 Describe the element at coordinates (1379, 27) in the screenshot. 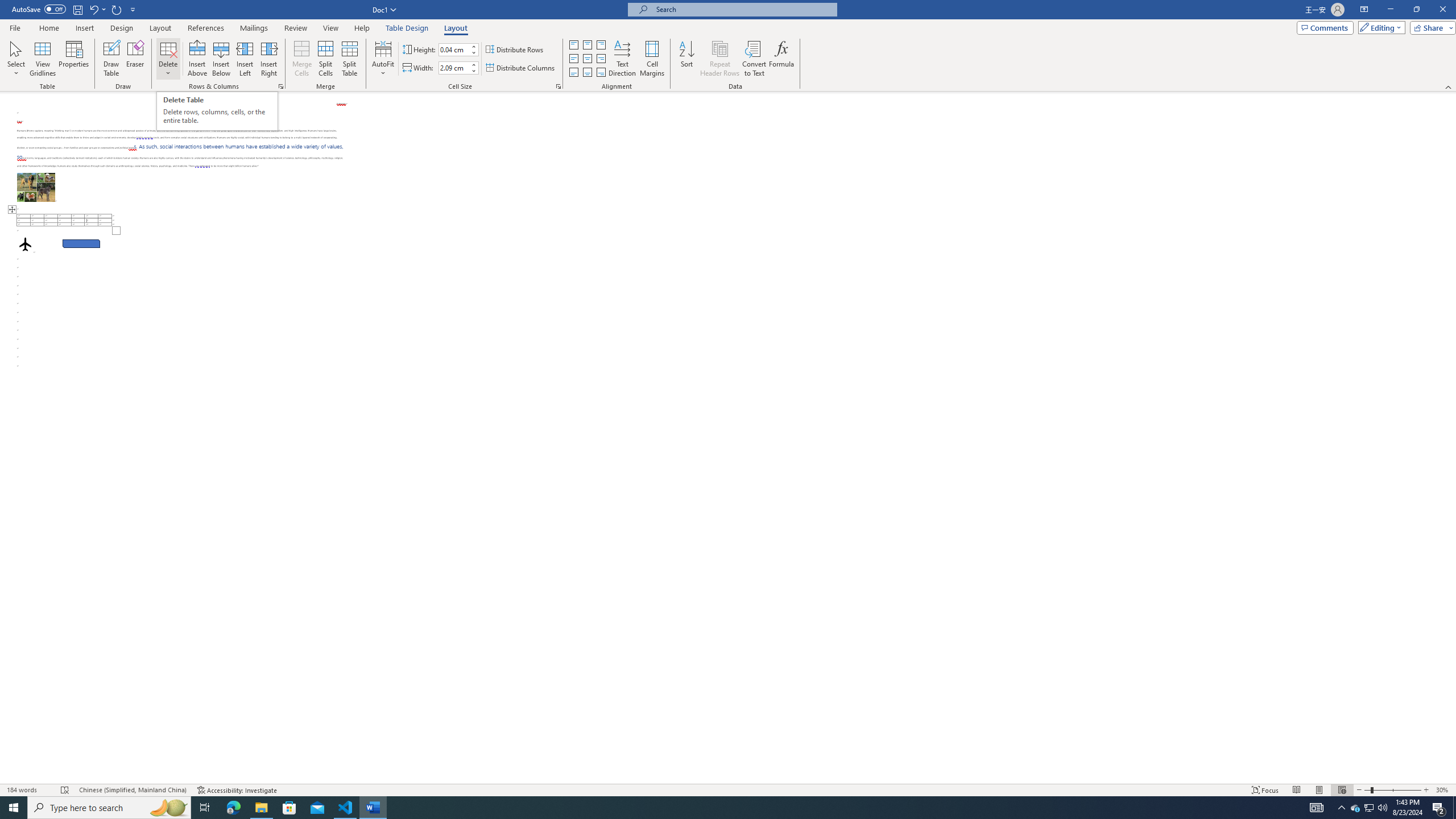

I see `'Editing'` at that location.